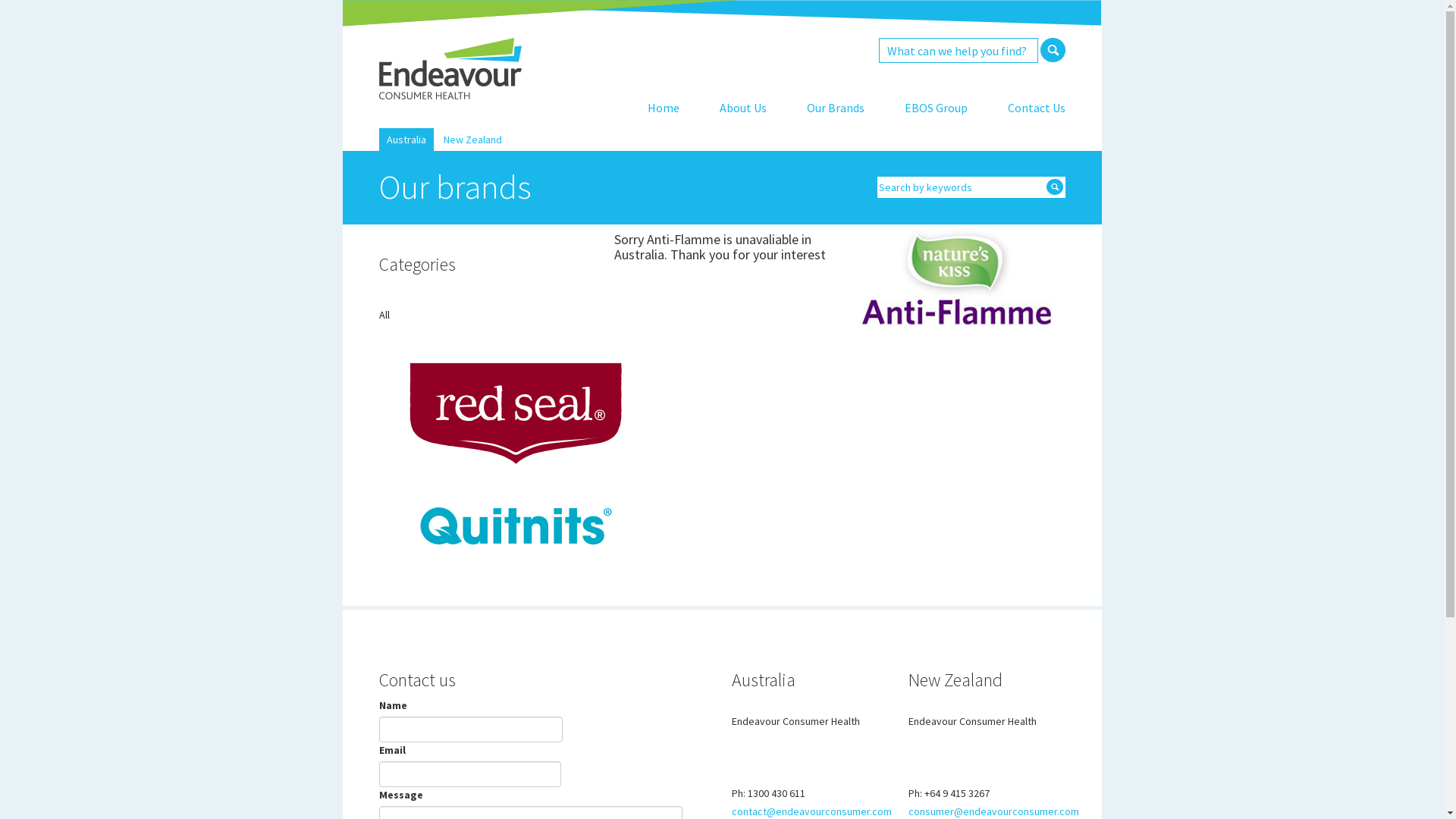  What do you see at coordinates (386, 140) in the screenshot?
I see `'Australia'` at bounding box center [386, 140].